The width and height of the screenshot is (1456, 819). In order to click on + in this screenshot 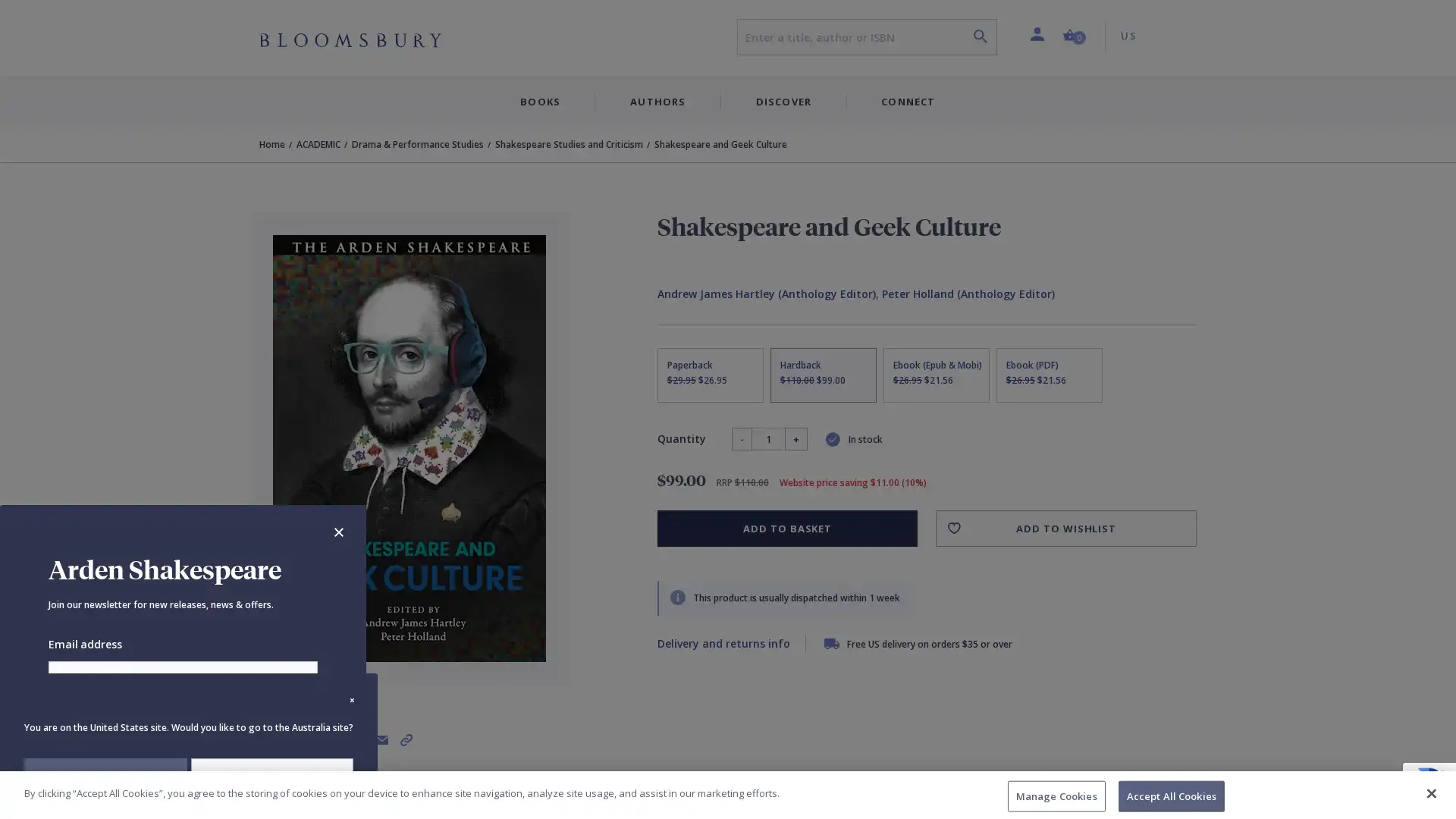, I will do `click(795, 438)`.